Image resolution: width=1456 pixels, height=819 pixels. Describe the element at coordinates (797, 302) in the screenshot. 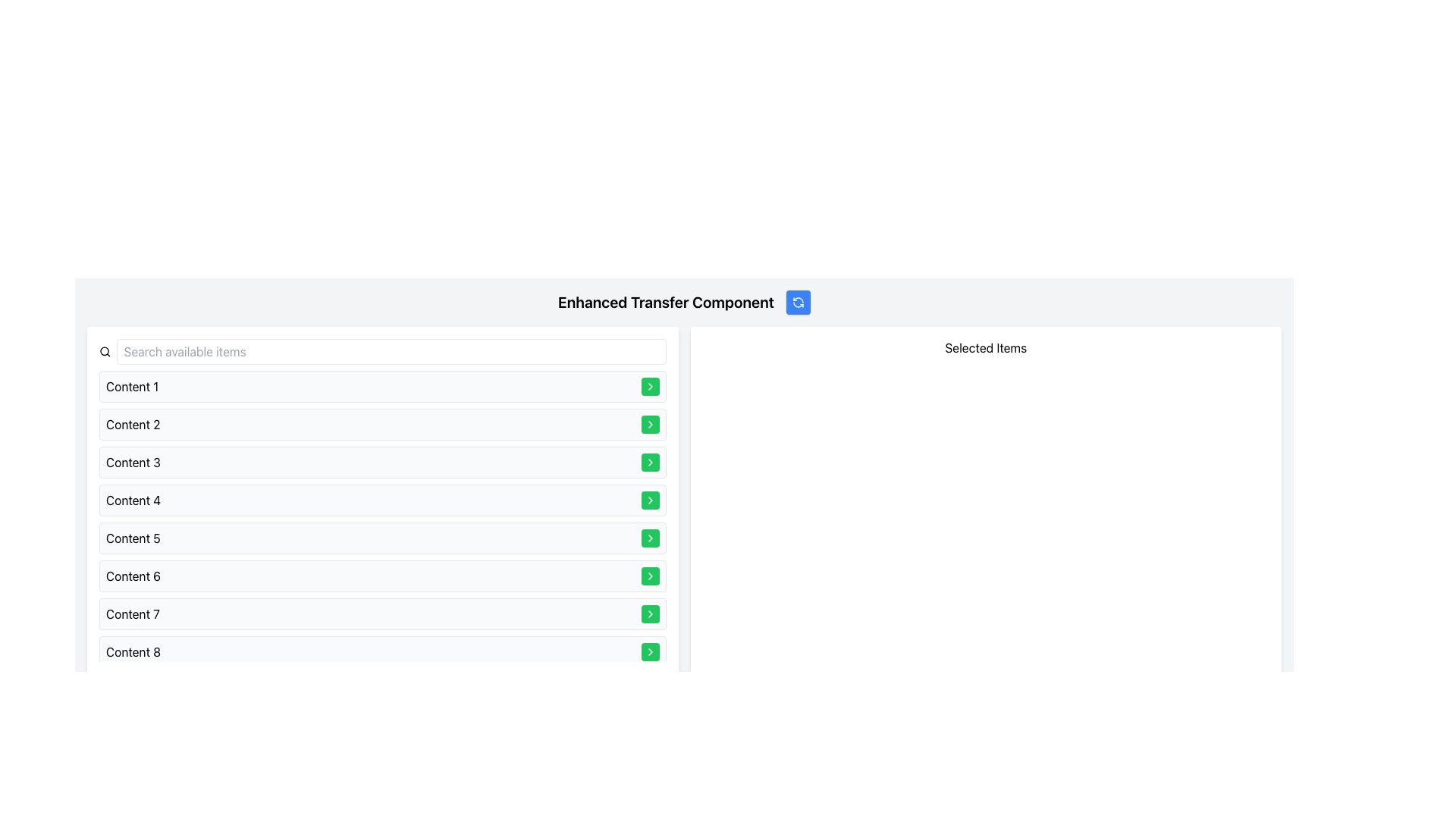

I see `the small blue button with a white circular arrow icon located next to the 'Enhanced Transfer Component' heading` at that location.